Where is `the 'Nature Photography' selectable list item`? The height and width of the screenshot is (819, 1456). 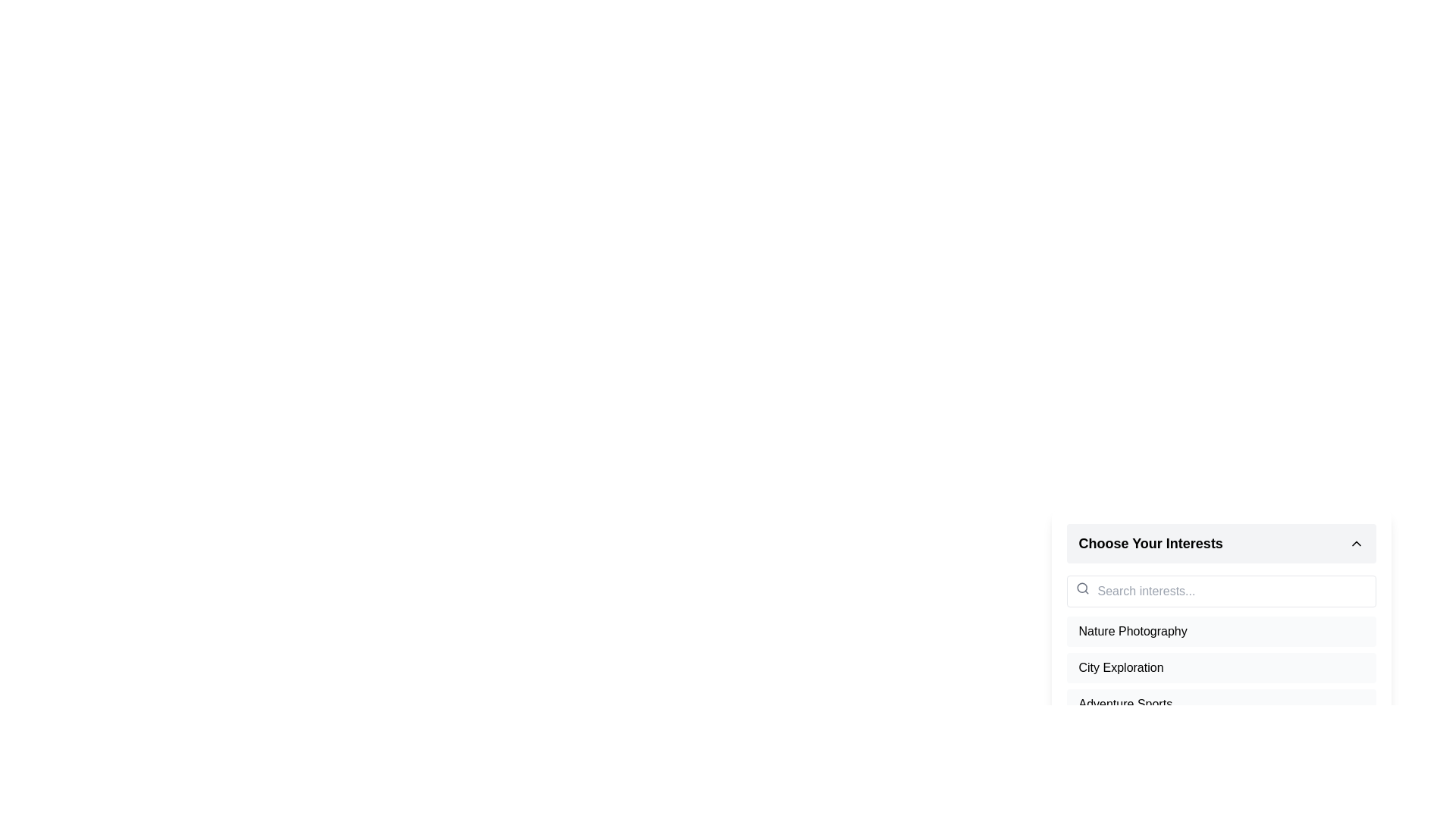
the 'Nature Photography' selectable list item is located at coordinates (1221, 632).